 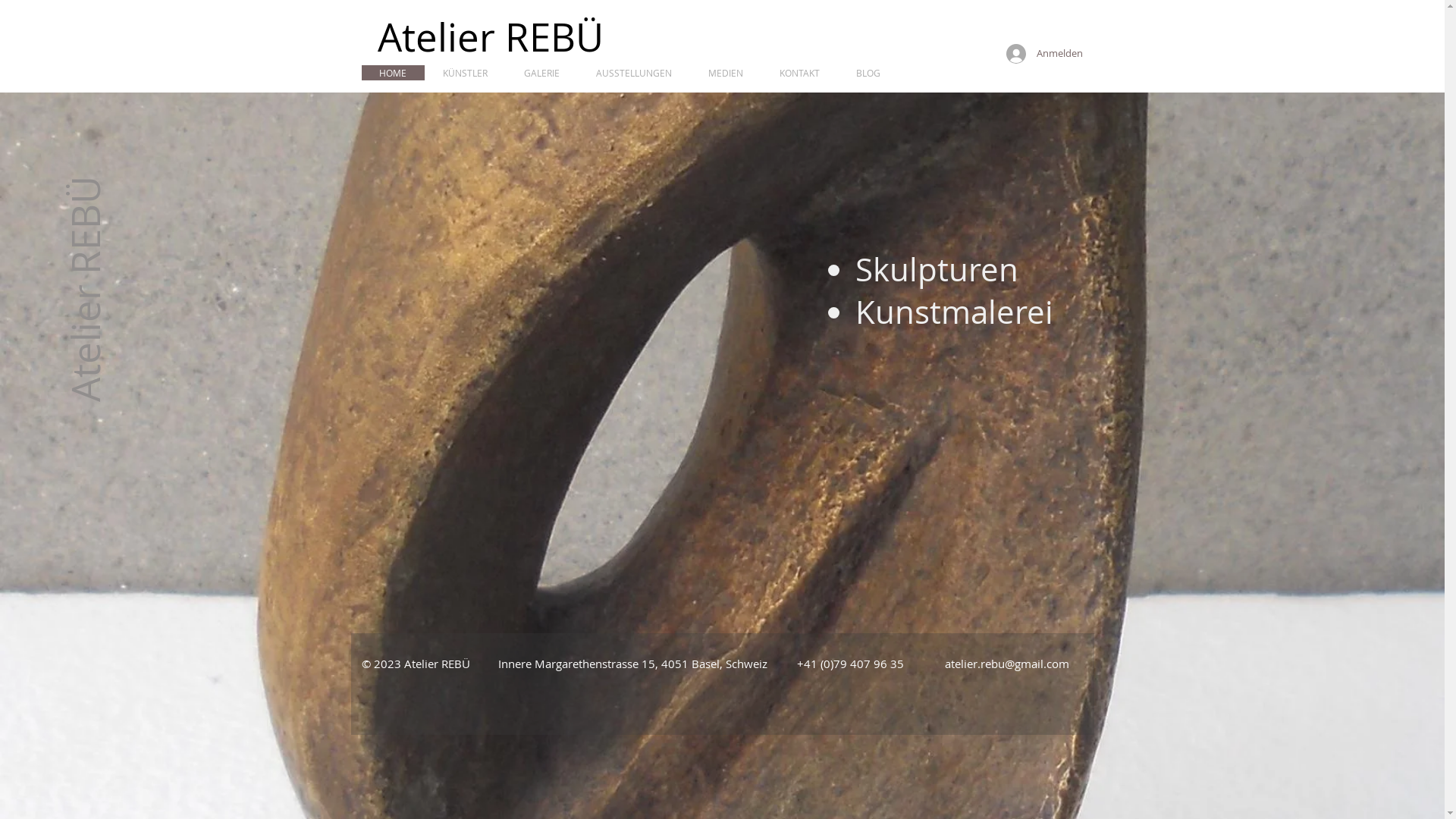 I want to click on 'GALERIE', so click(x=541, y=73).